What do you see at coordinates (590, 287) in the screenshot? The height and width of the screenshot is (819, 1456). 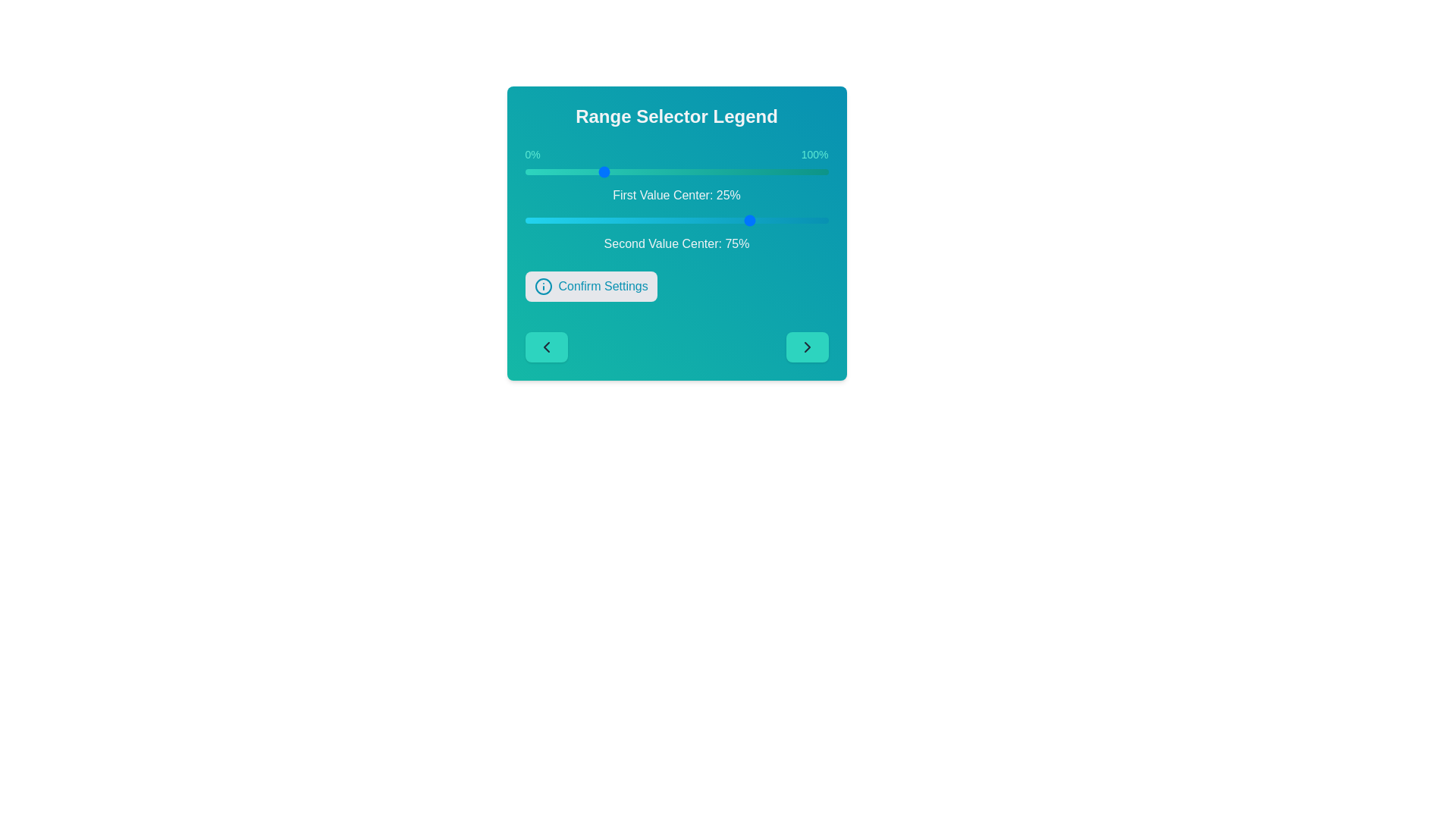 I see `the 'Confirm Settings' button located within the 'Range Selector Legend' card, which features a cyan information icon and text, to confirm current settings` at bounding box center [590, 287].